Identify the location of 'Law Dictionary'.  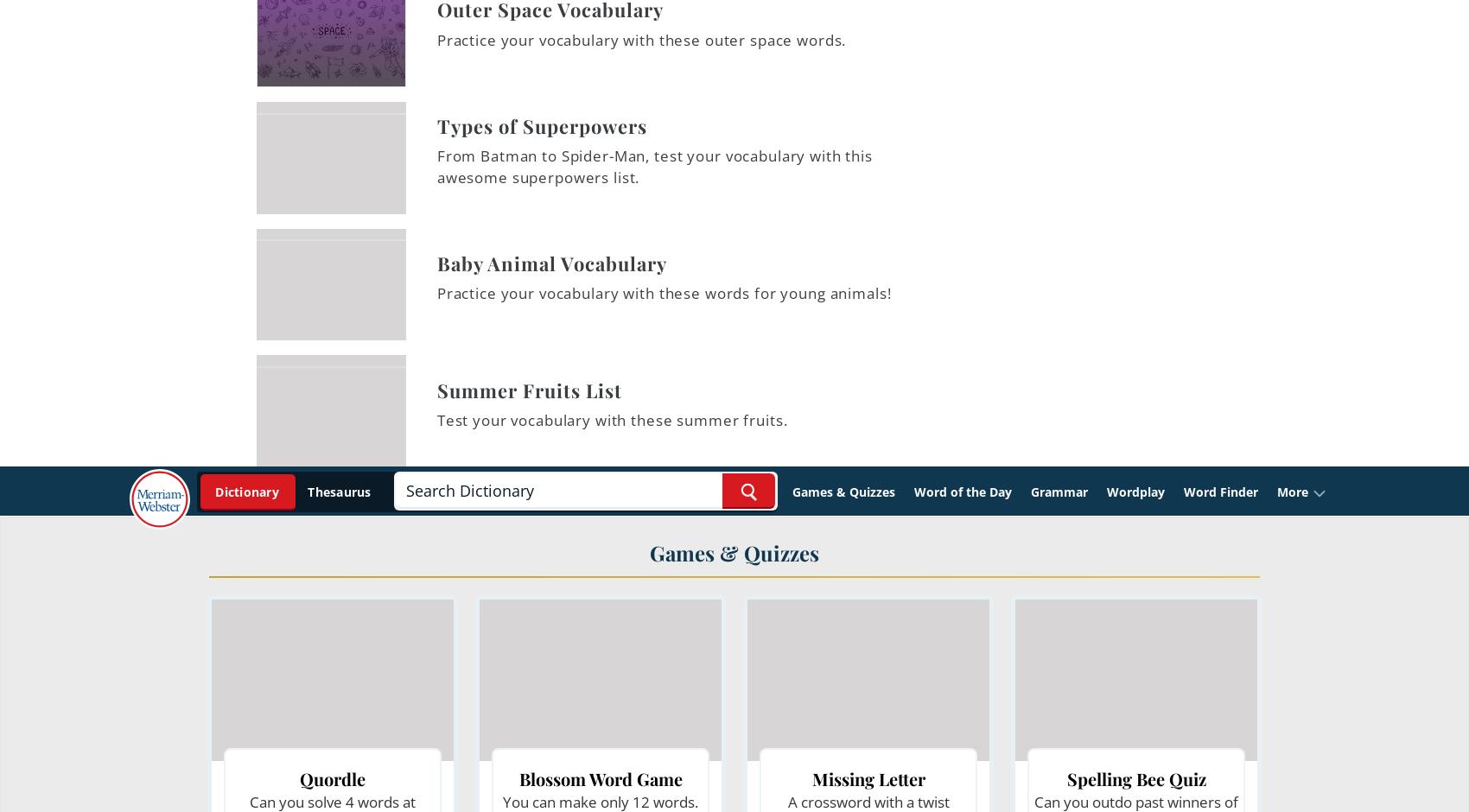
(569, 93).